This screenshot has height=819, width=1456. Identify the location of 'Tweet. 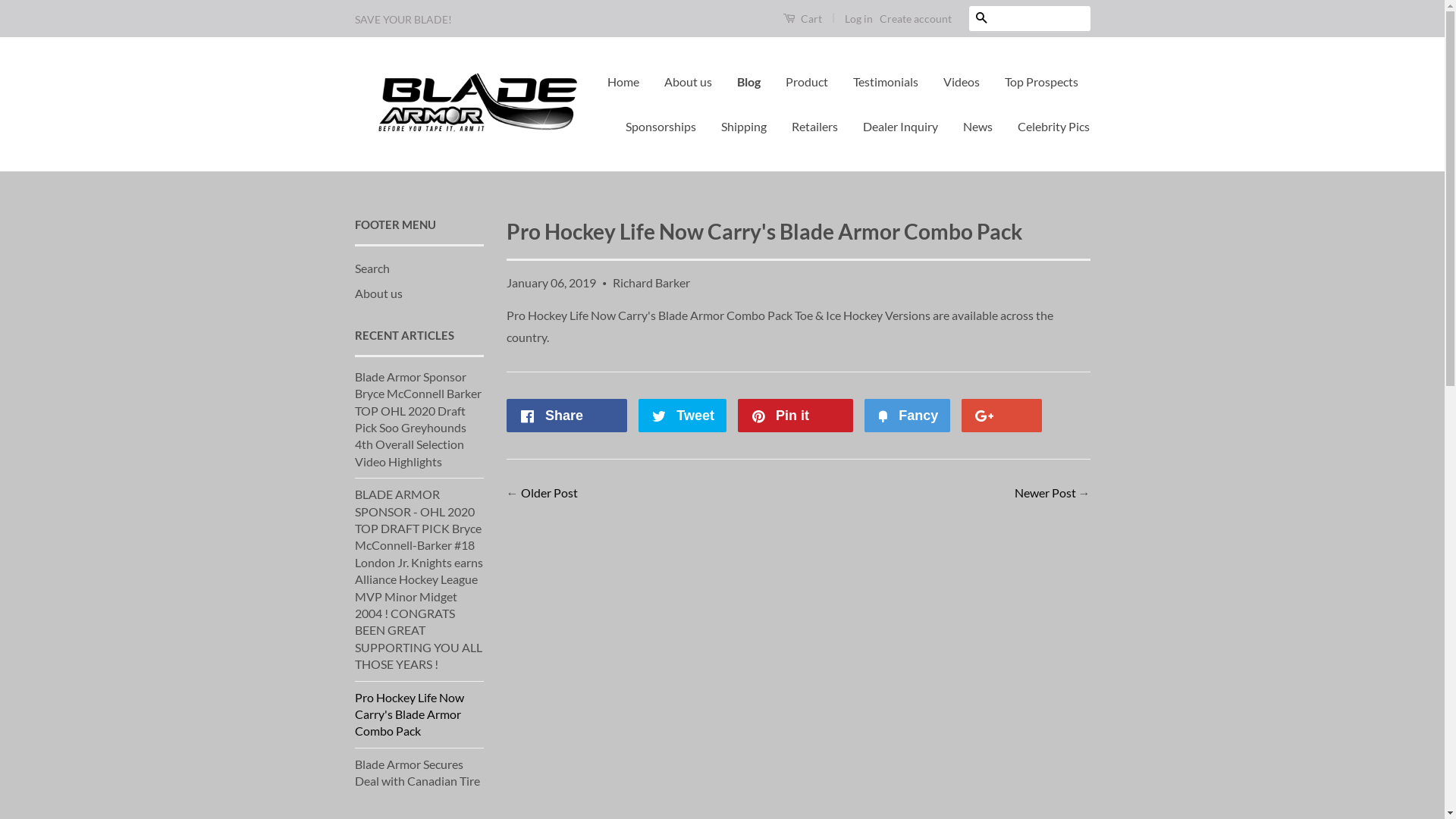
(682, 415).